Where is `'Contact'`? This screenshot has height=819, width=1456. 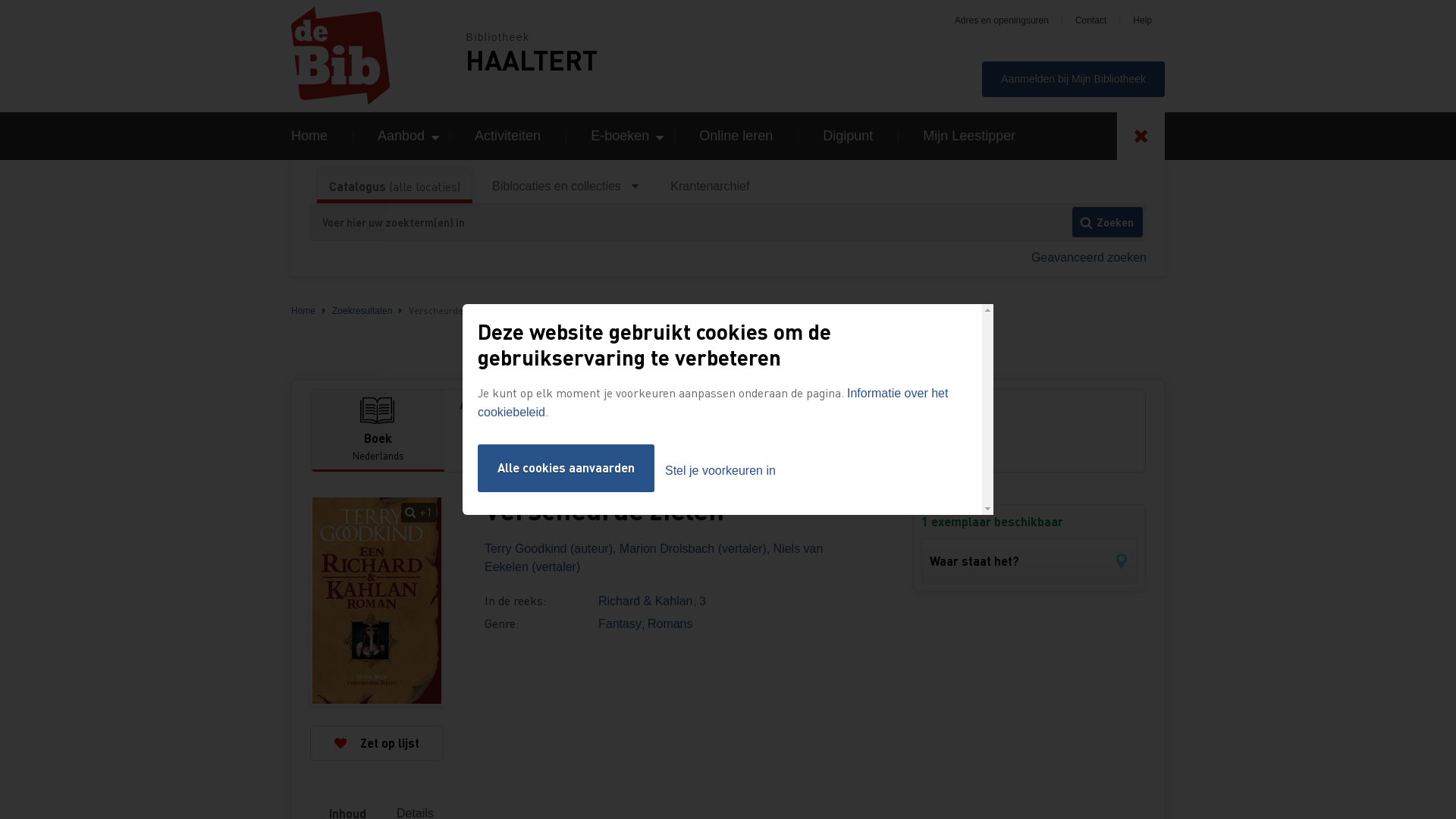
'Contact' is located at coordinates (1090, 20).